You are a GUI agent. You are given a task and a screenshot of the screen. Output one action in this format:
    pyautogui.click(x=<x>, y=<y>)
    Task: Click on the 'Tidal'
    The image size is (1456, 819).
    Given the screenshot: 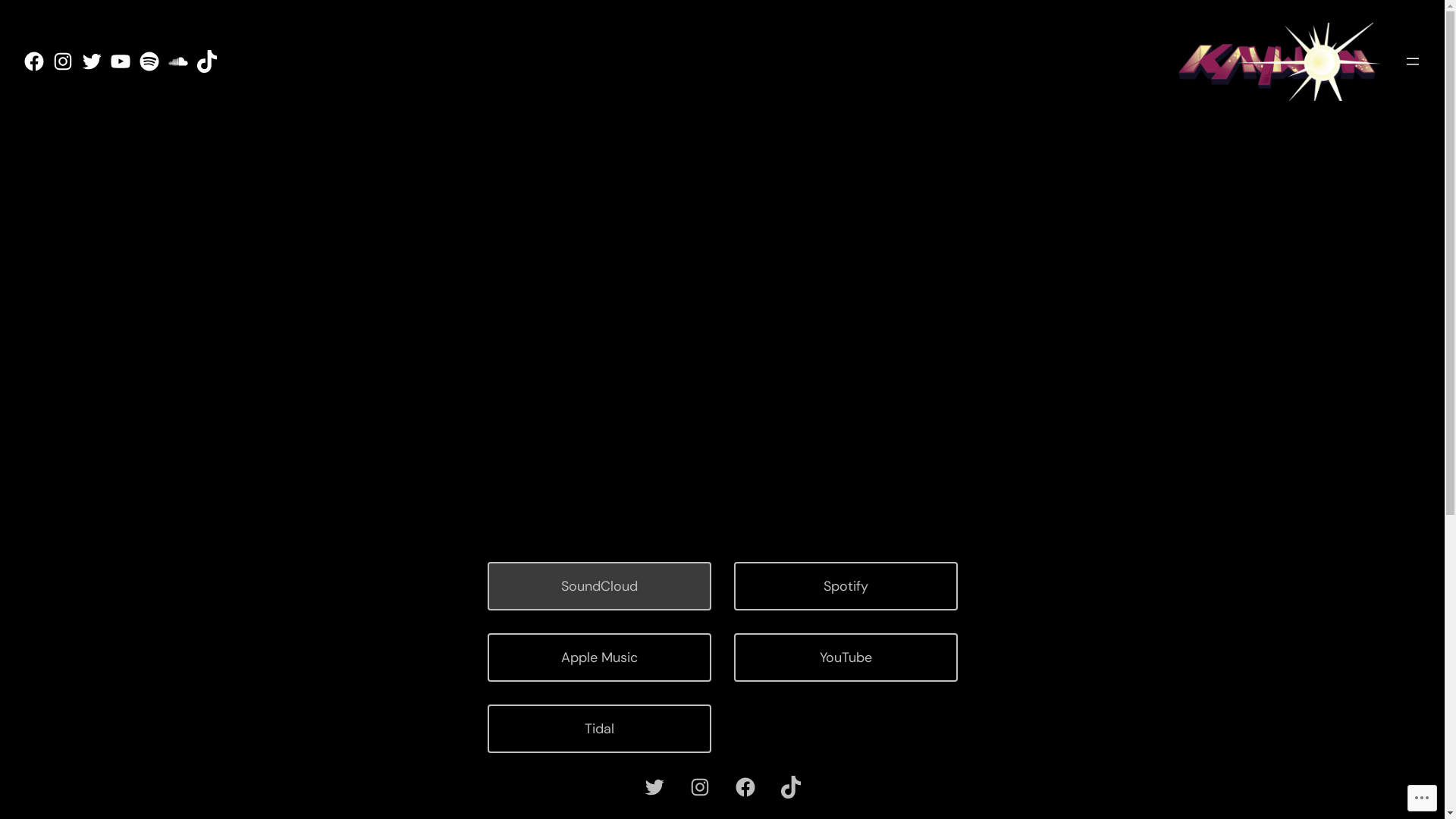 What is the action you would take?
    pyautogui.click(x=598, y=727)
    